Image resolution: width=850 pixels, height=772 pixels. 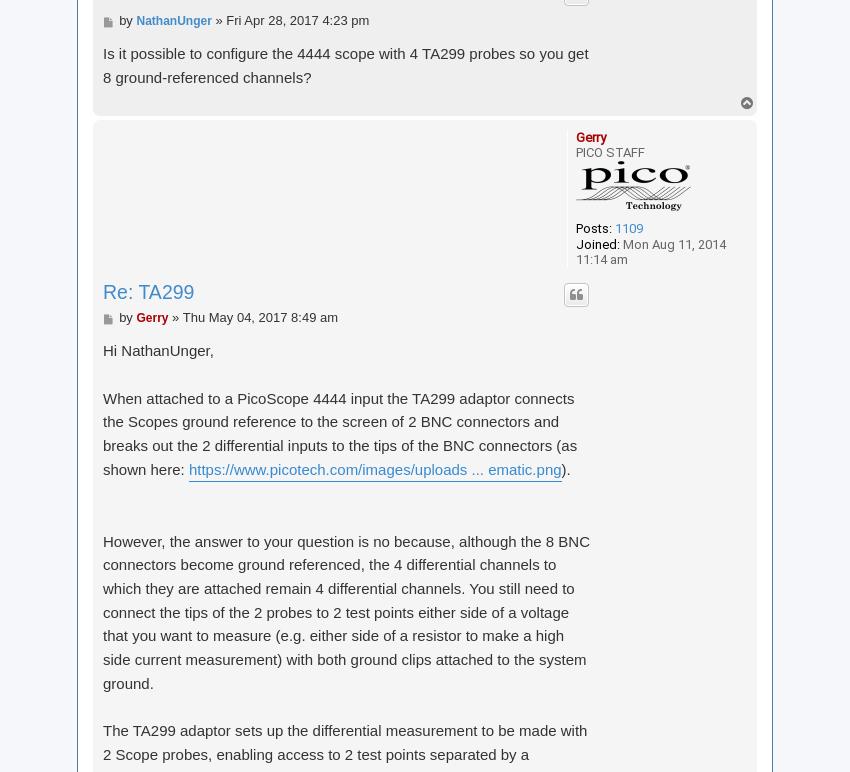 What do you see at coordinates (259, 315) in the screenshot?
I see `'Thu May 04, 2017 8:49 am'` at bounding box center [259, 315].